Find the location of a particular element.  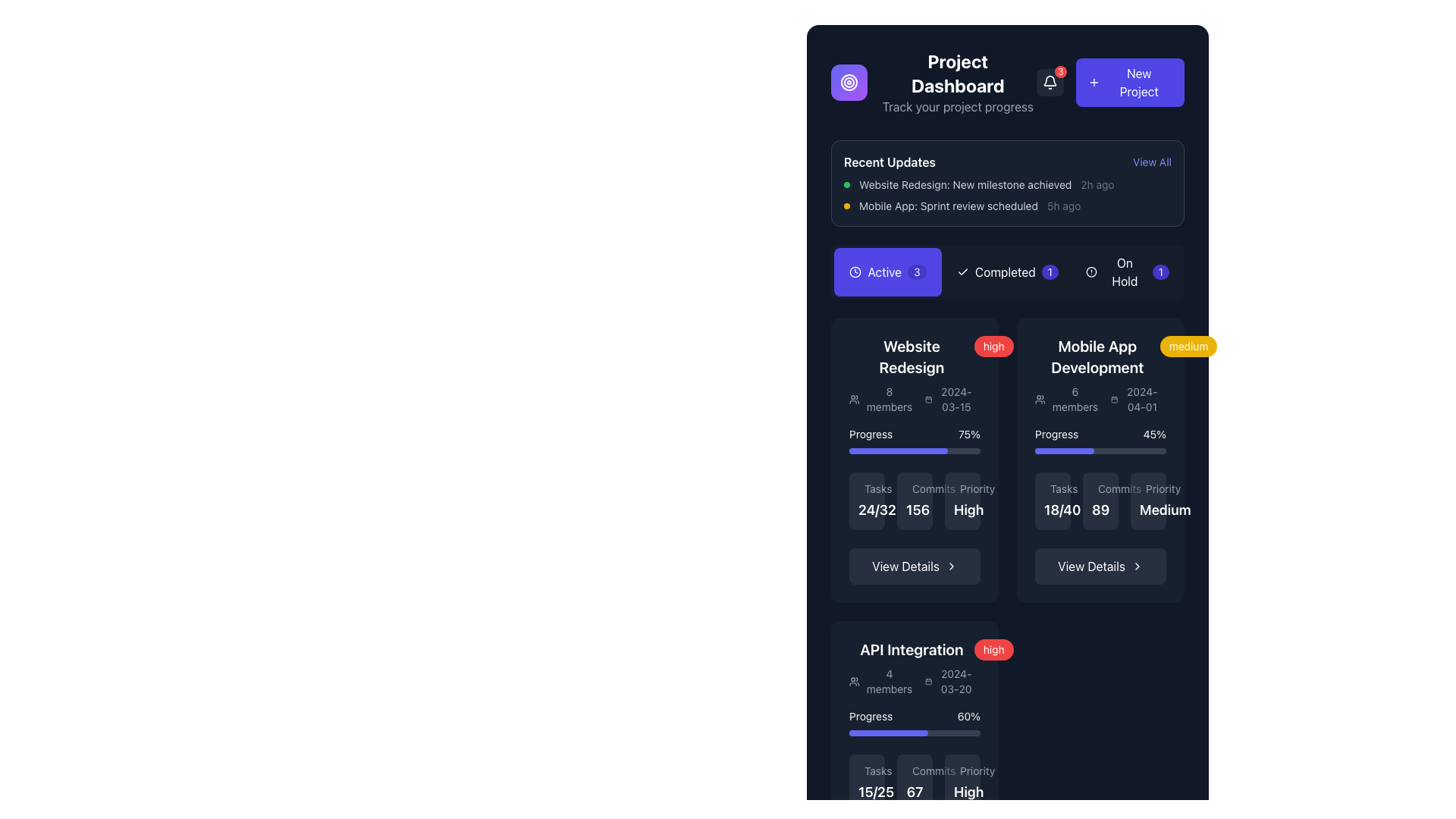

the text label that indicates task completion statistics, located in the bottom-left corner of the 'API Integration' section, above the fraction '15/25' is located at coordinates (867, 771).